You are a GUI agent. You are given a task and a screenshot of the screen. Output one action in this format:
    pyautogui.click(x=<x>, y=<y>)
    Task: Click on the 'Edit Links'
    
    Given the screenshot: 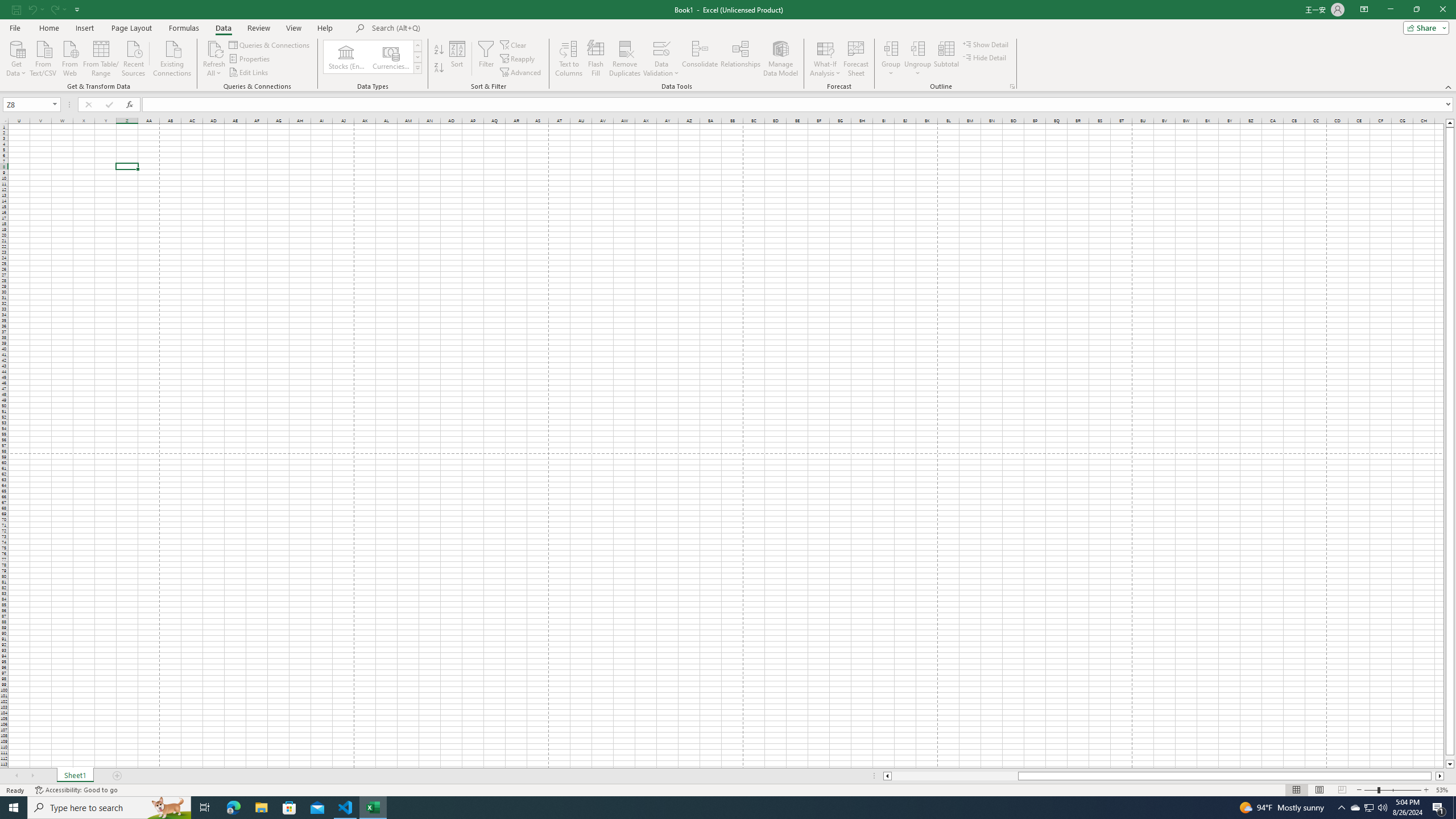 What is the action you would take?
    pyautogui.click(x=250, y=72)
    